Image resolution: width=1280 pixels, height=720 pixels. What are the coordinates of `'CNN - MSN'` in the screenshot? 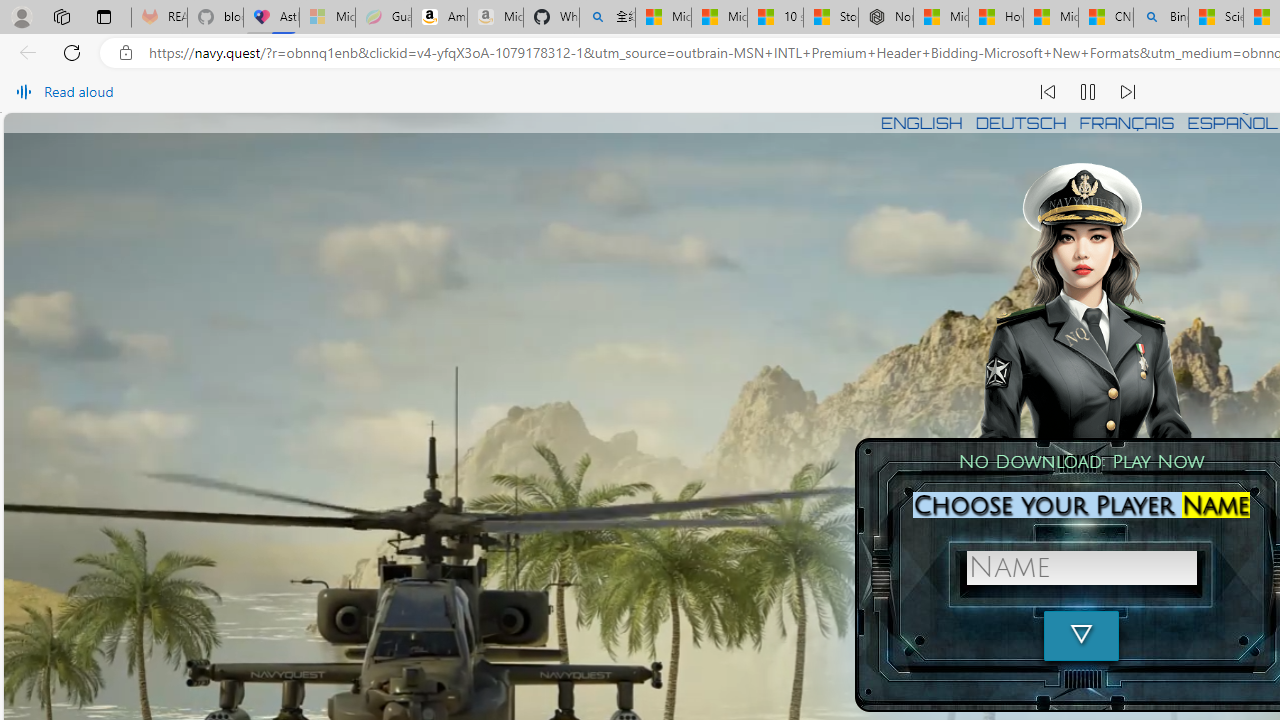 It's located at (1104, 17).